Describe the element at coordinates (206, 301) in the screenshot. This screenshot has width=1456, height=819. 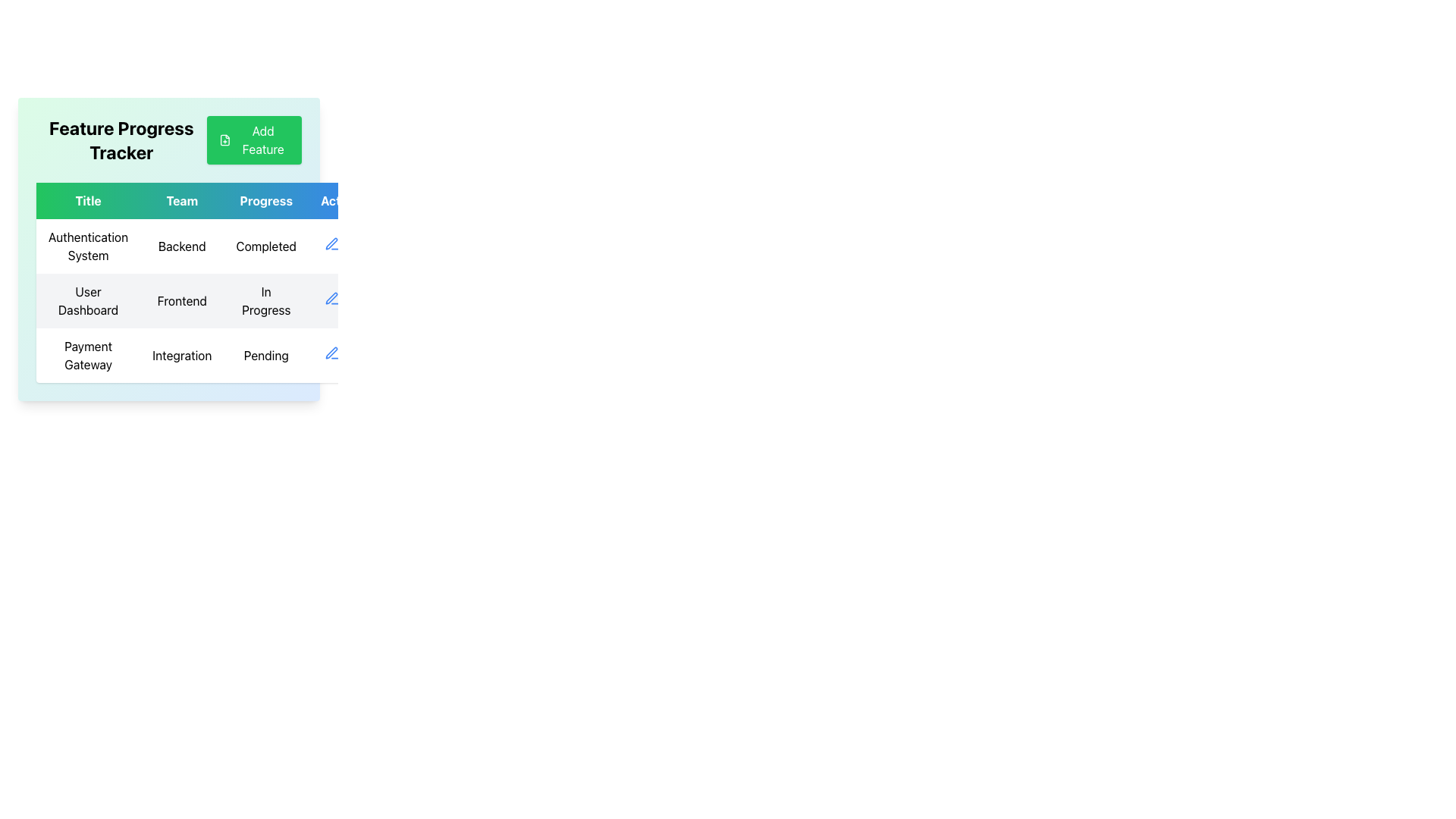
I see `the second row of the User Dashboard table` at that location.